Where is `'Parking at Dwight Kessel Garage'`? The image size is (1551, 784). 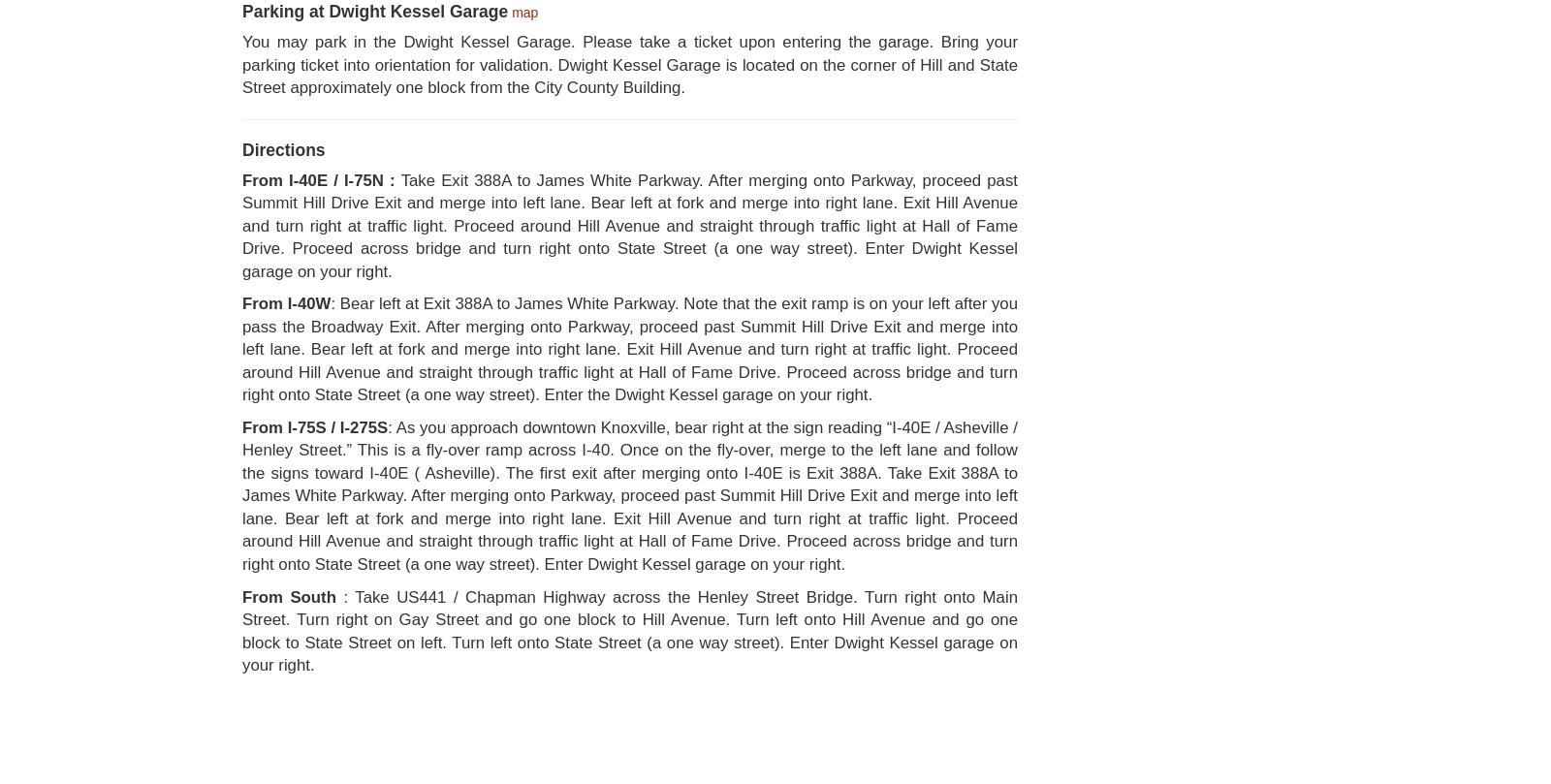
'Parking at Dwight Kessel Garage' is located at coordinates (375, 11).